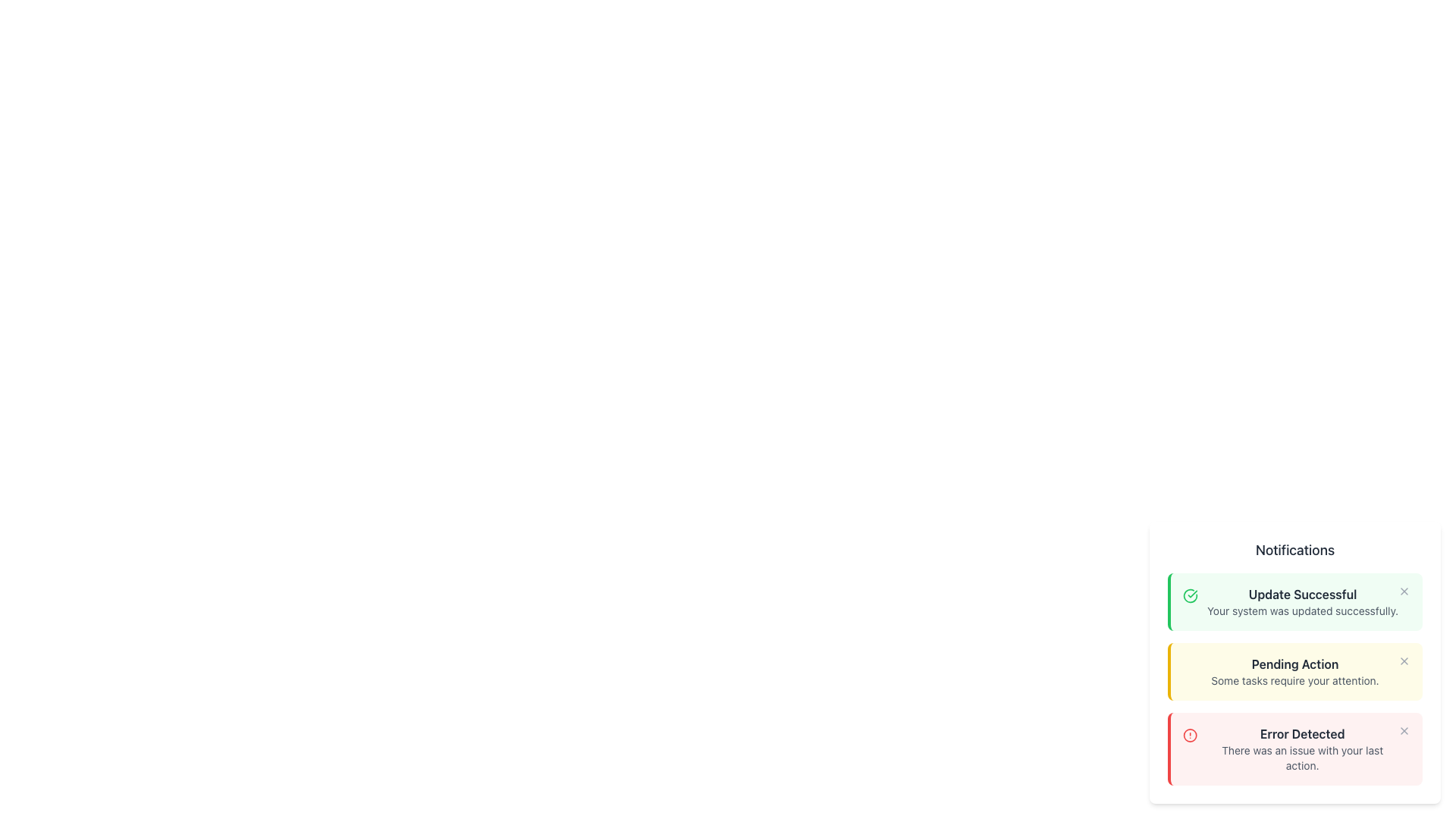 This screenshot has height=819, width=1456. What do you see at coordinates (1404, 660) in the screenshot?
I see `the small gray close button represented by an 'X' shape to observe its visual color change` at bounding box center [1404, 660].